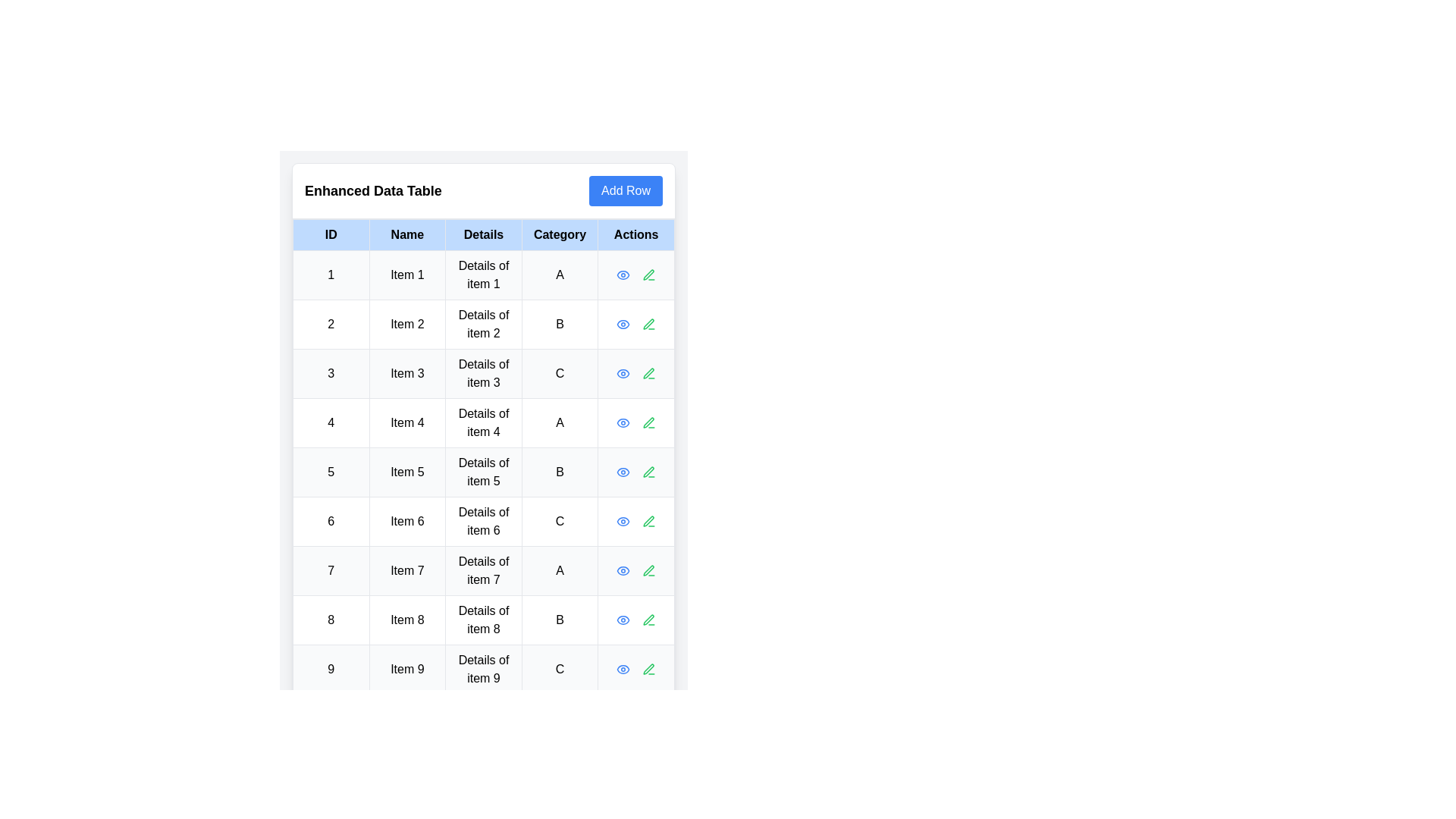 This screenshot has height=819, width=1456. I want to click on the interactive area button in the Actions column of the second row associated with 'Item 2', so click(636, 324).